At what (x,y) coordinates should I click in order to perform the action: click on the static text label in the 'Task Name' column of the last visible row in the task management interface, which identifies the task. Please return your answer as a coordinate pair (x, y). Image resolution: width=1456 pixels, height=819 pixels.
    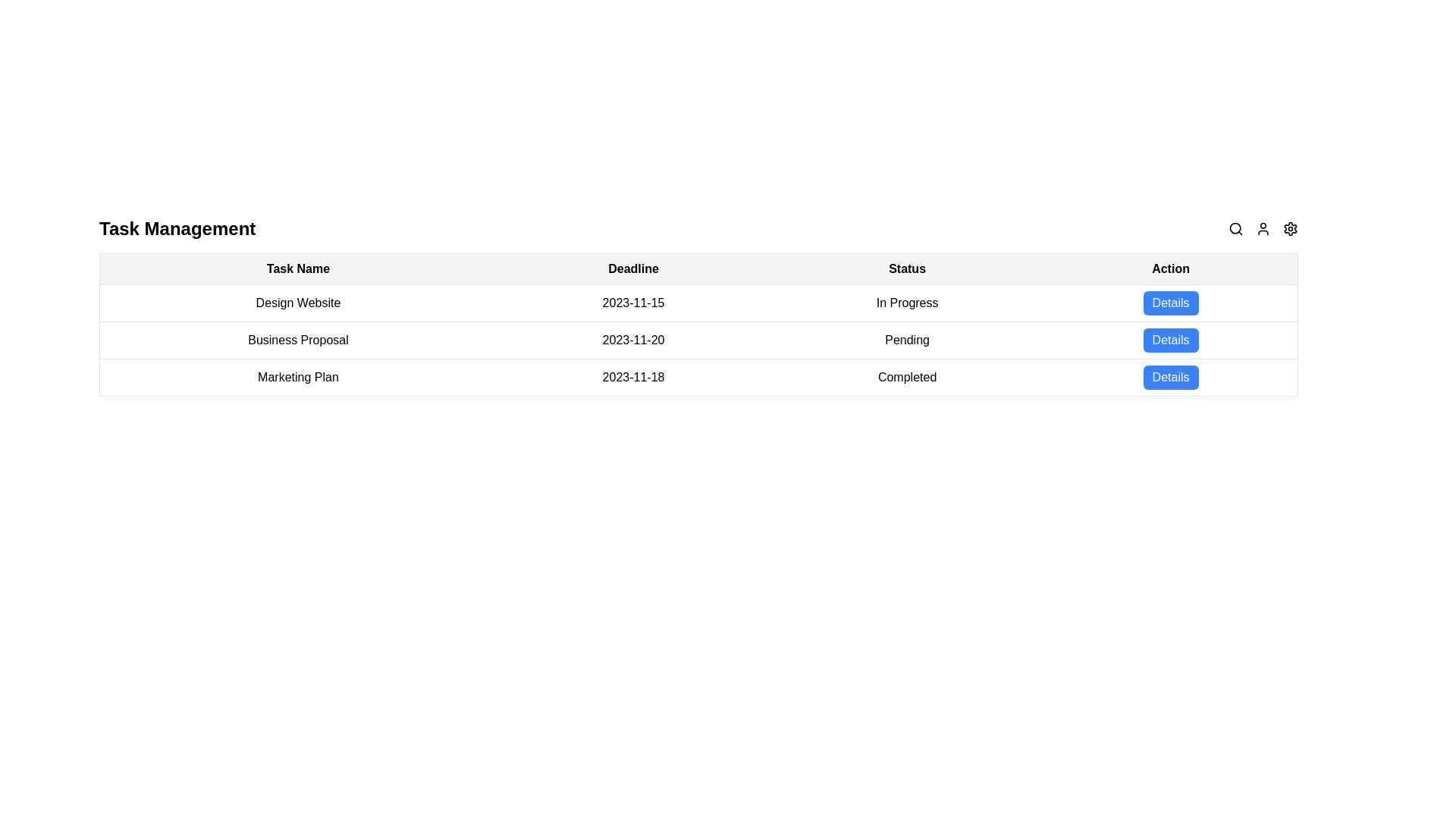
    Looking at the image, I should click on (298, 376).